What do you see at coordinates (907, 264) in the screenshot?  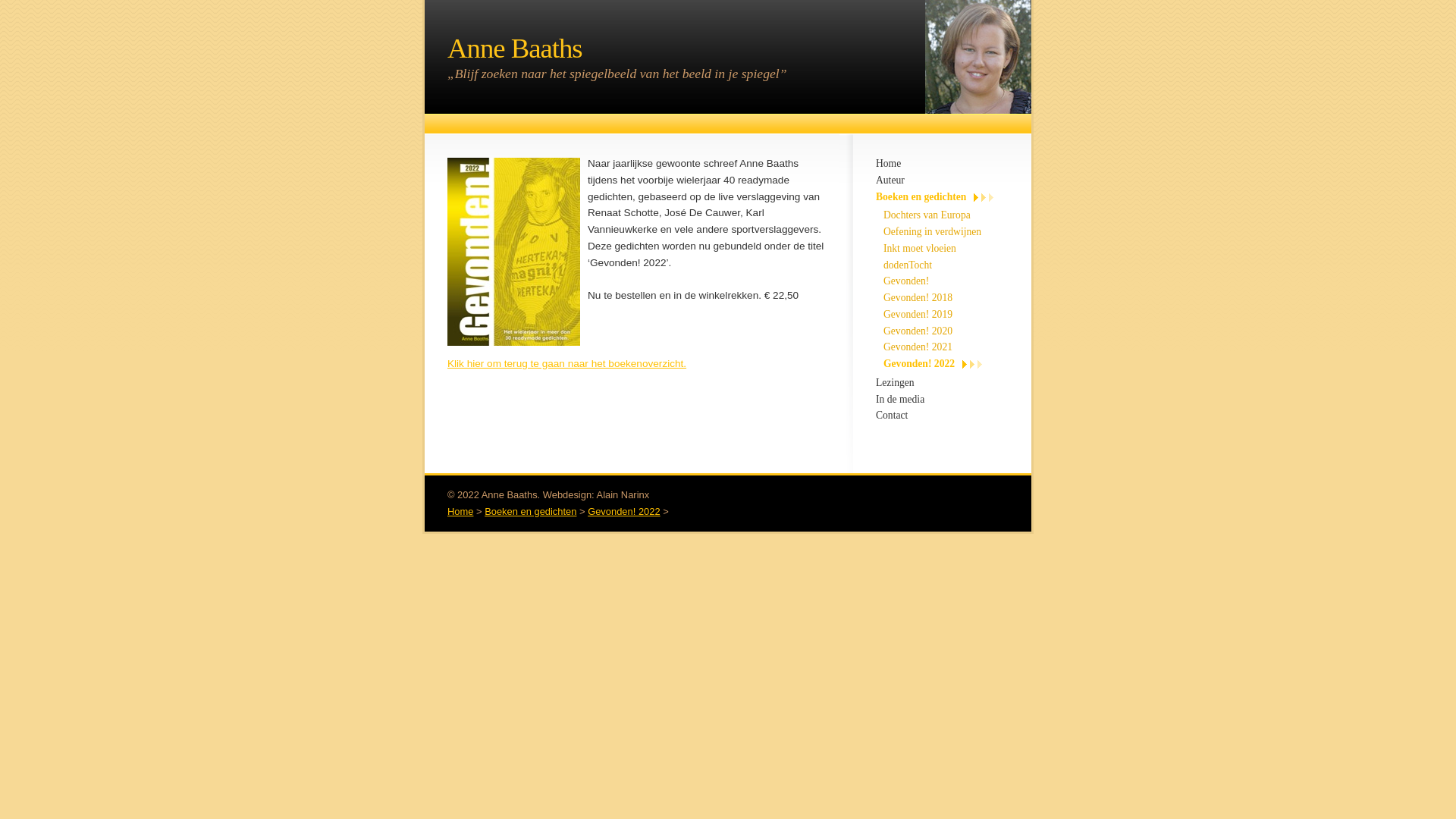 I see `'dodenTocht'` at bounding box center [907, 264].